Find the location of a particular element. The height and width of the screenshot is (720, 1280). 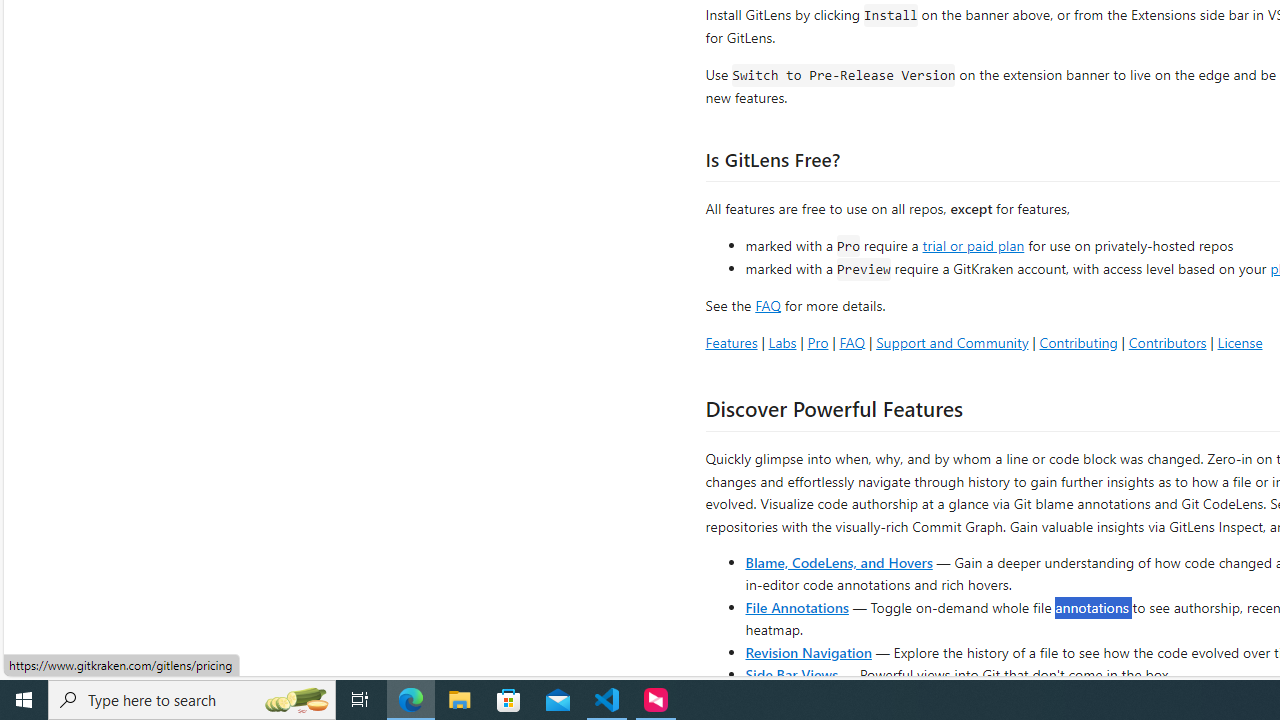

'Features' is located at coordinates (730, 341).